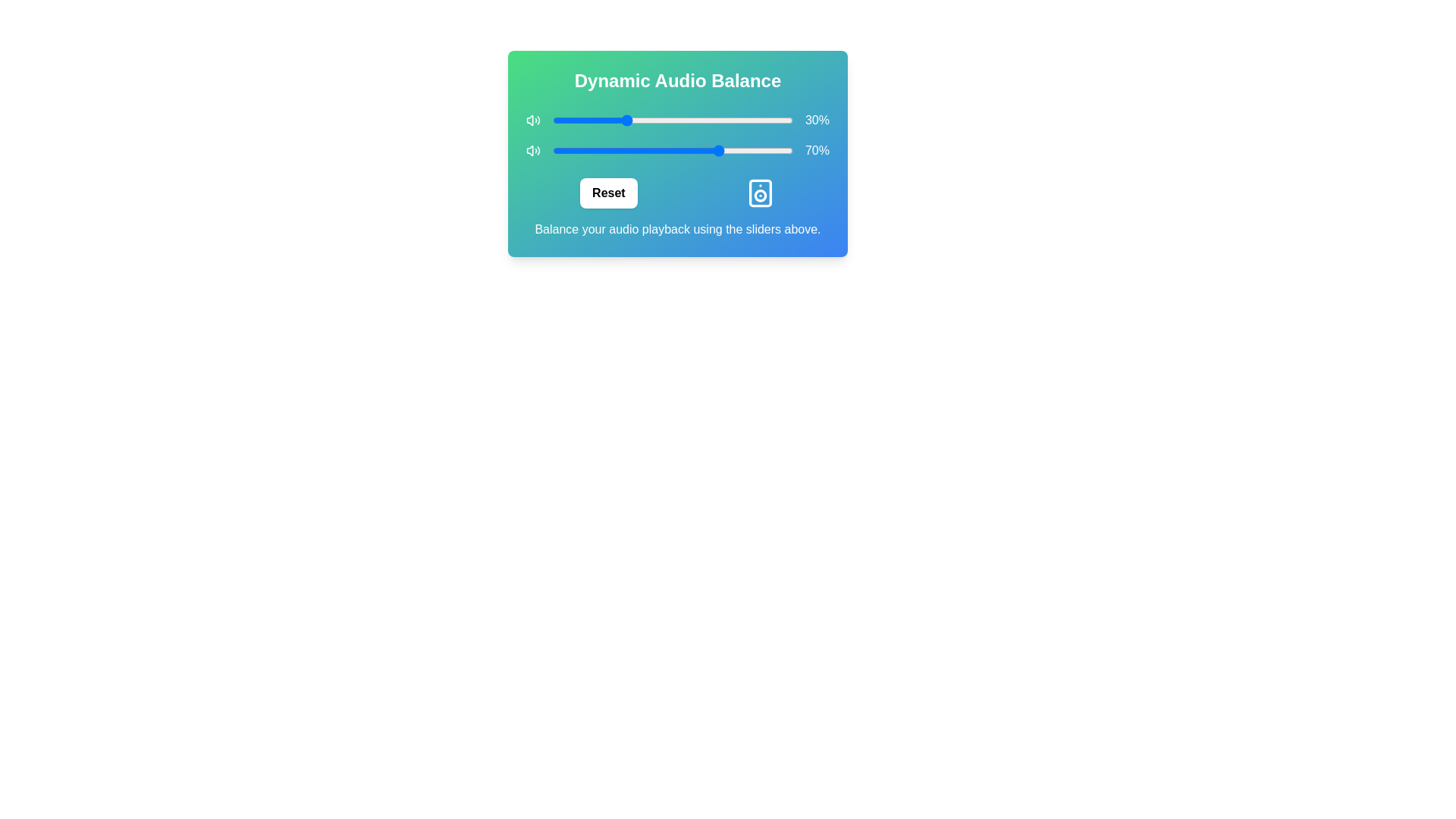 The image size is (1456, 819). I want to click on the audio balance range slider track to move the thumb, which is located in the upper section of the 'Dynamic Audio Balance' card interface, horizontally aligned with the label '30%', so click(676, 119).